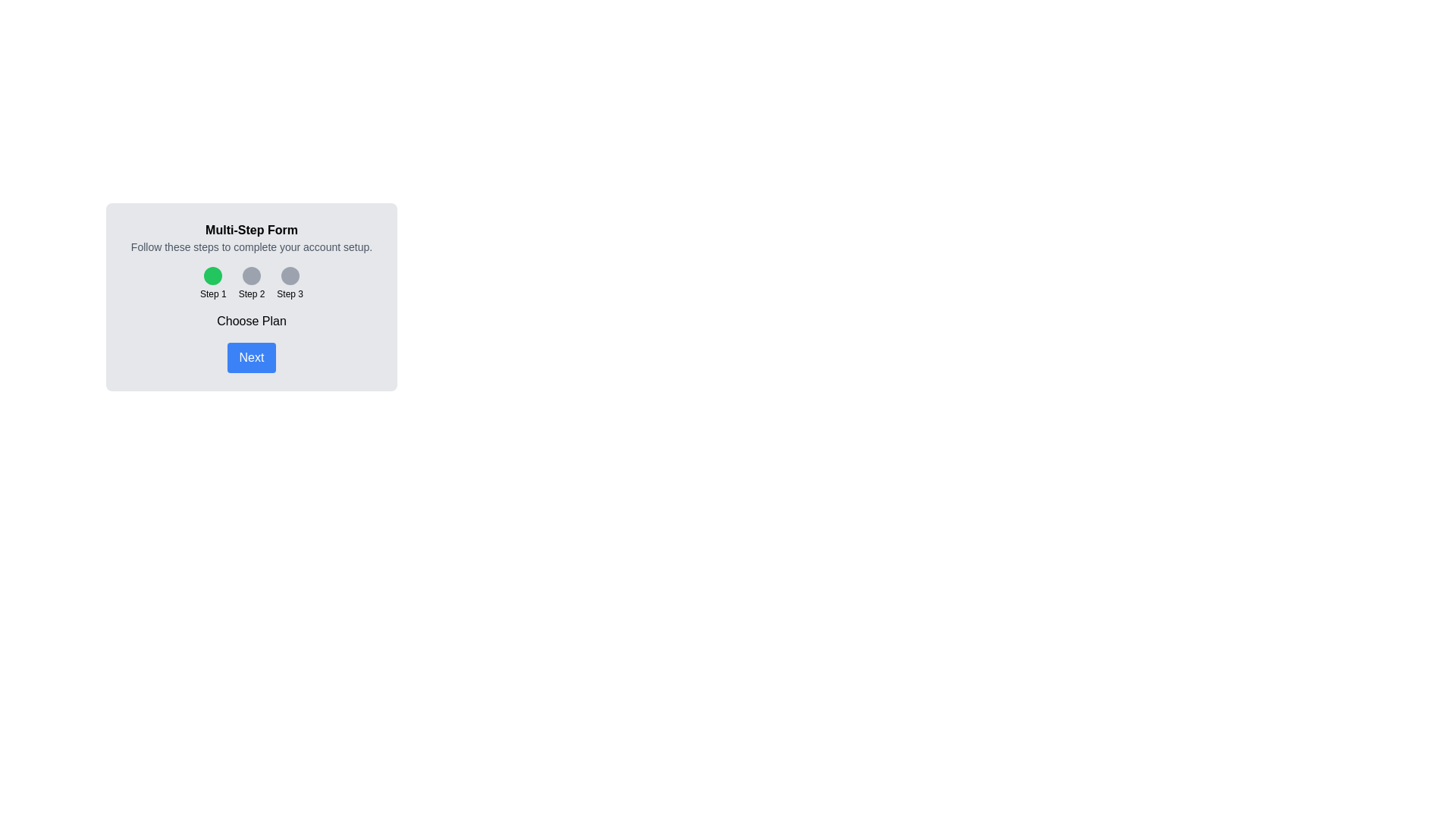  I want to click on the step indicator for Step 3, so click(290, 275).